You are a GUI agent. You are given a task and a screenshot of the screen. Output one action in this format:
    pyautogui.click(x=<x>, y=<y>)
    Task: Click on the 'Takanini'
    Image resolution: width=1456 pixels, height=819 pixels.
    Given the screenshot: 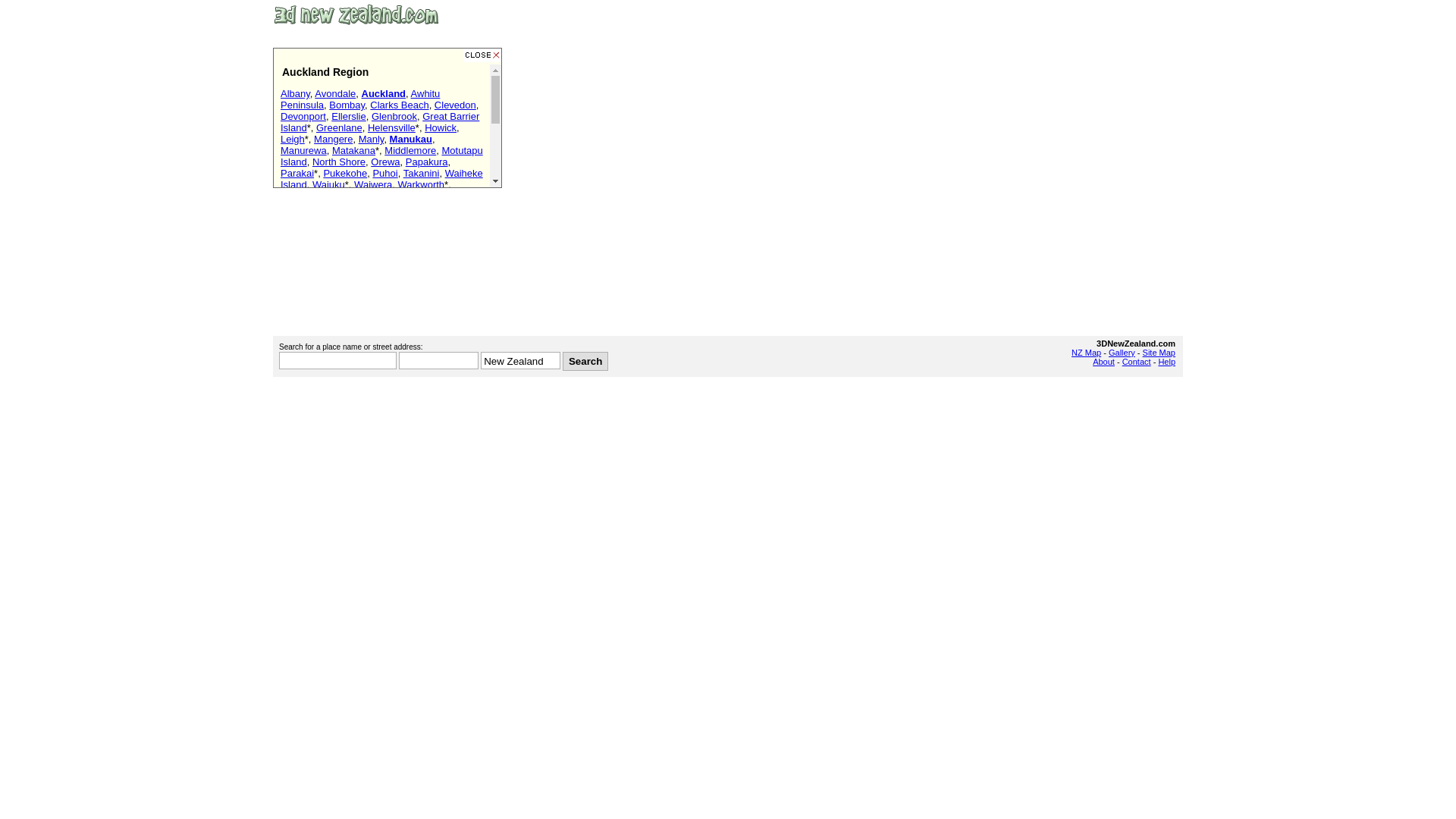 What is the action you would take?
    pyautogui.click(x=422, y=172)
    